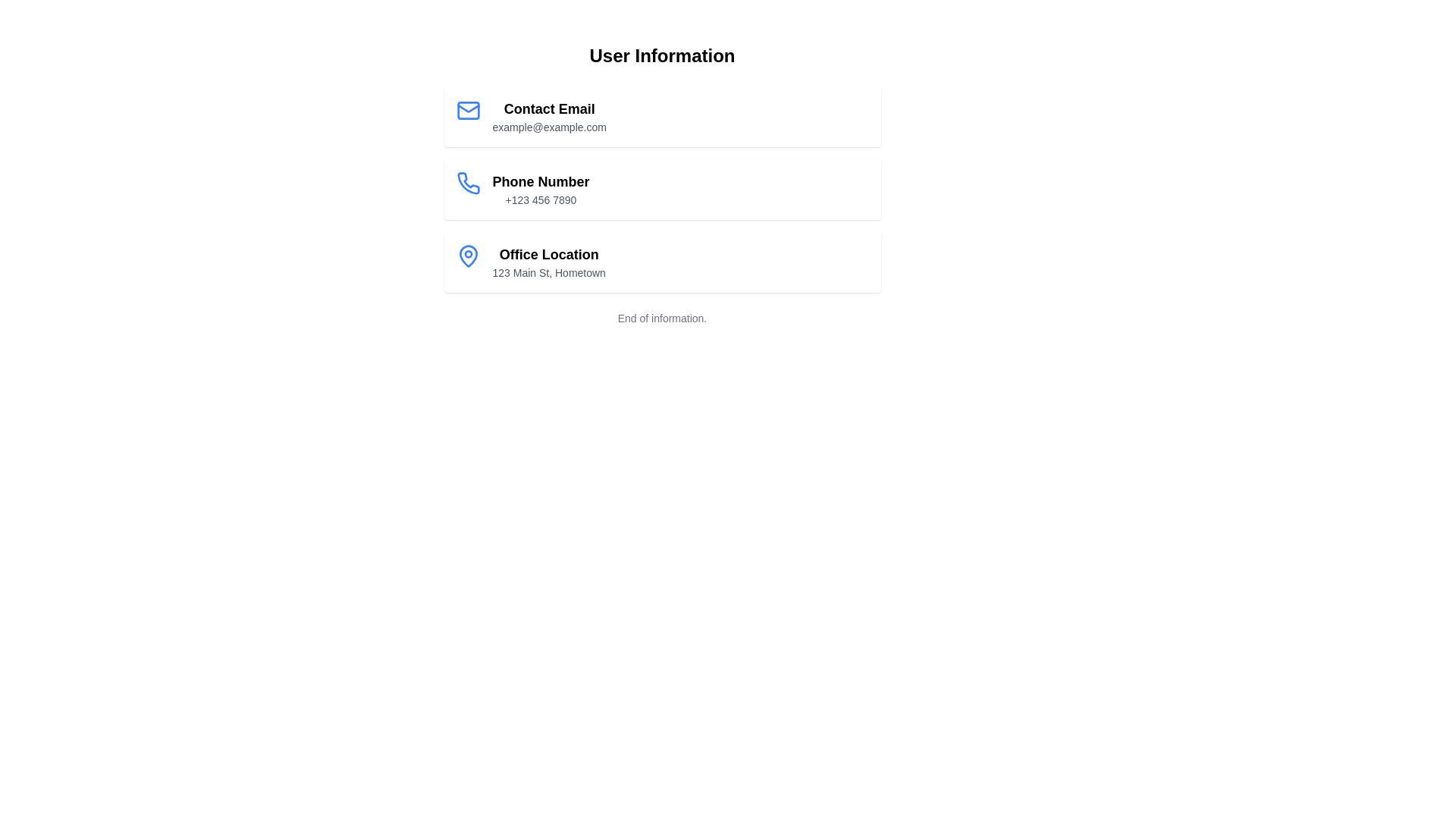 Image resolution: width=1456 pixels, height=819 pixels. I want to click on the static display panel that presents the office location, which is the third item in the vertical list of contact details, so click(662, 262).